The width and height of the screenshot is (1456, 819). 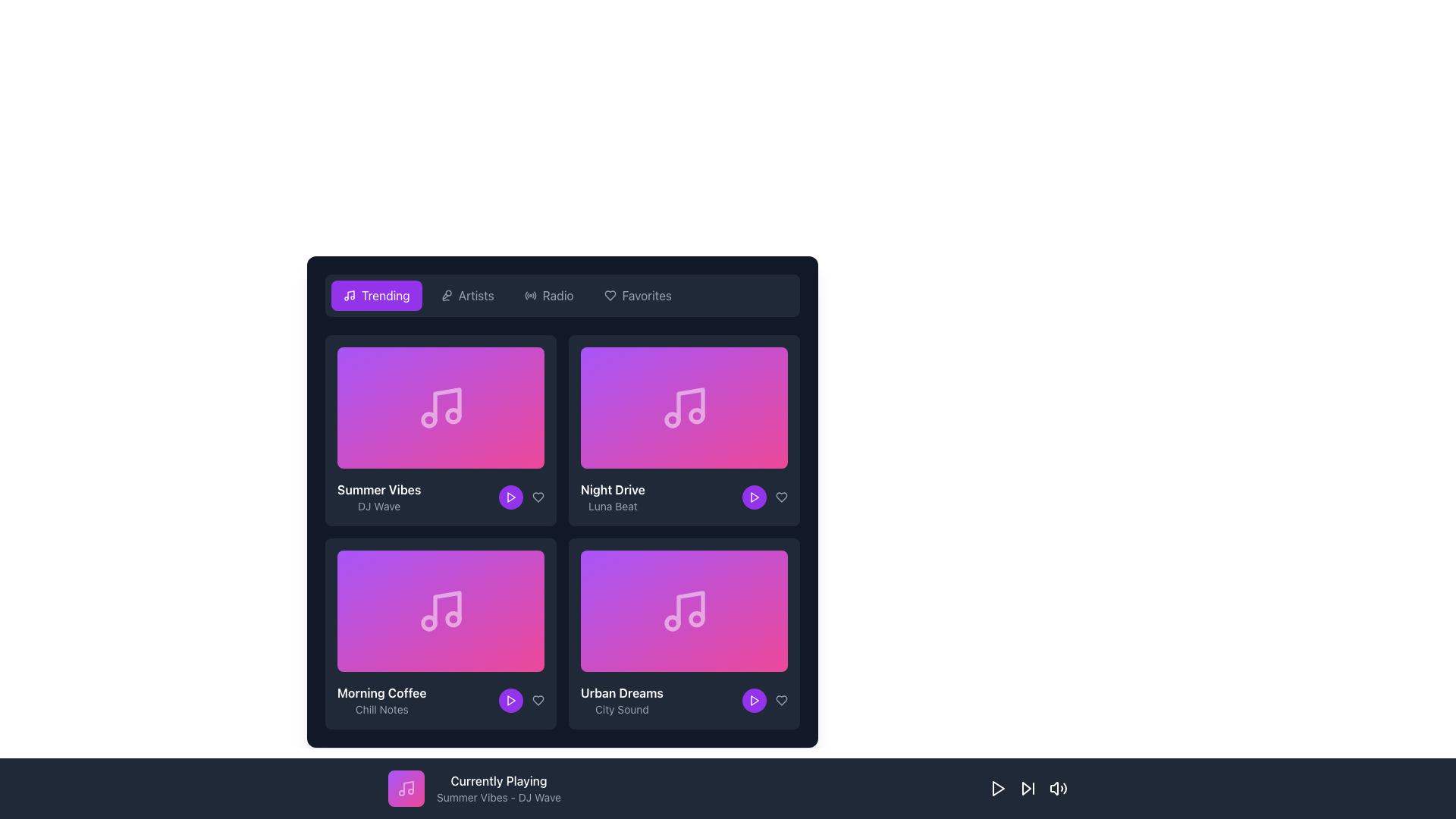 I want to click on the 'favorite' icon located in the bottom-right corner of the 'Morning Coffee' music card to change its color, so click(x=538, y=701).